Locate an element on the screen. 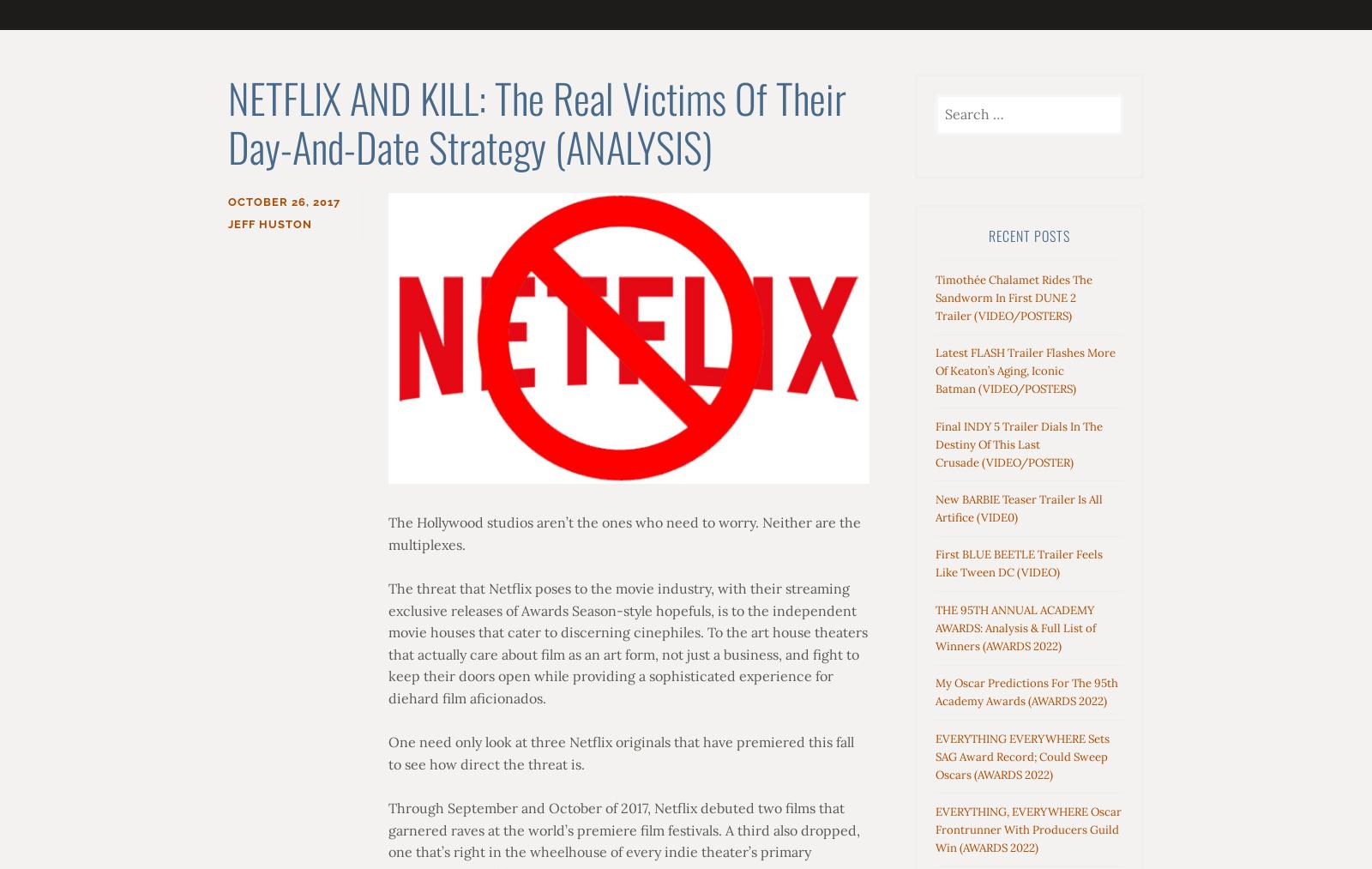  'Jeff Huston' is located at coordinates (270, 223).